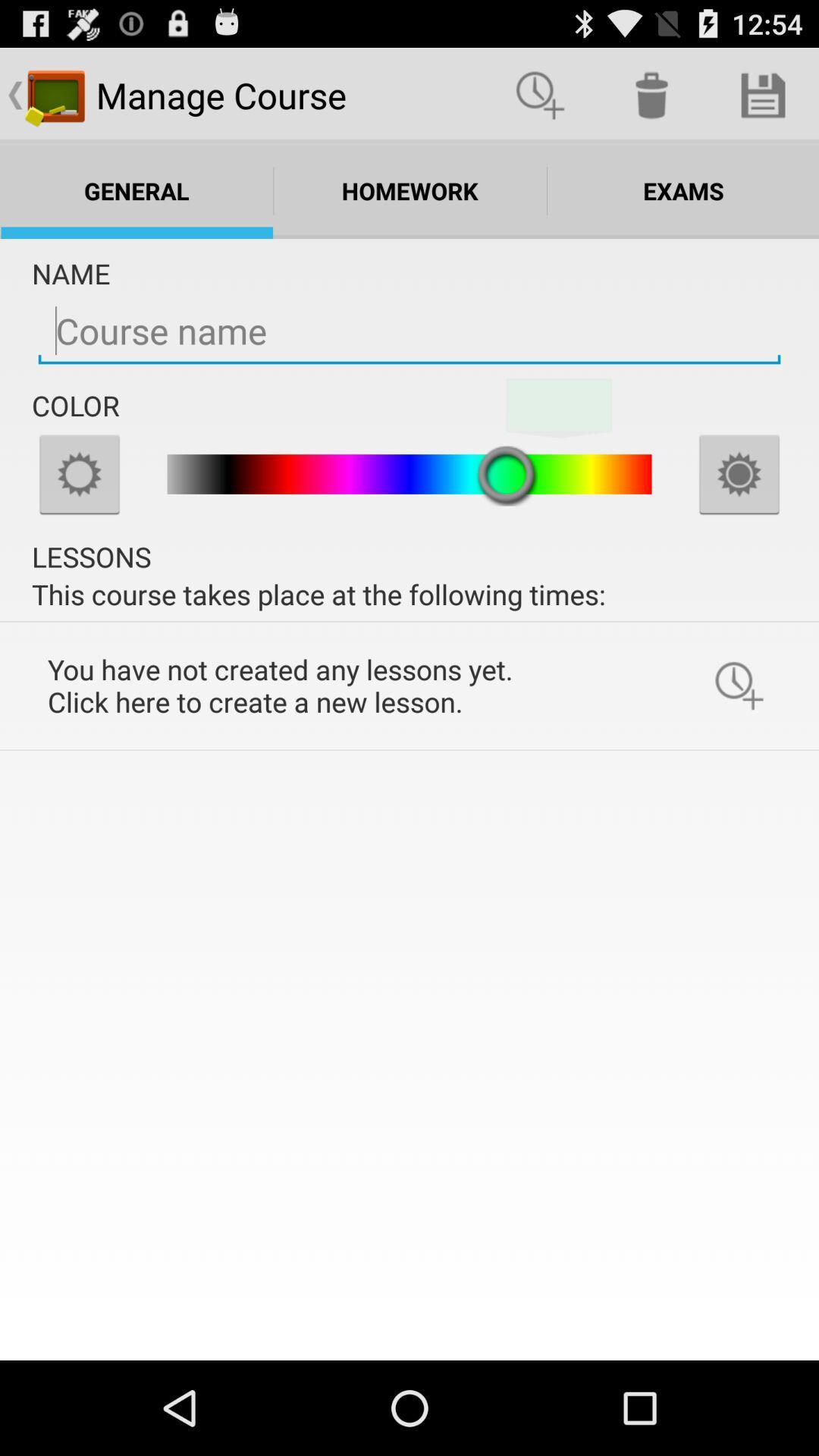 The image size is (819, 1456). Describe the element at coordinates (739, 507) in the screenshot. I see `the weather icon` at that location.